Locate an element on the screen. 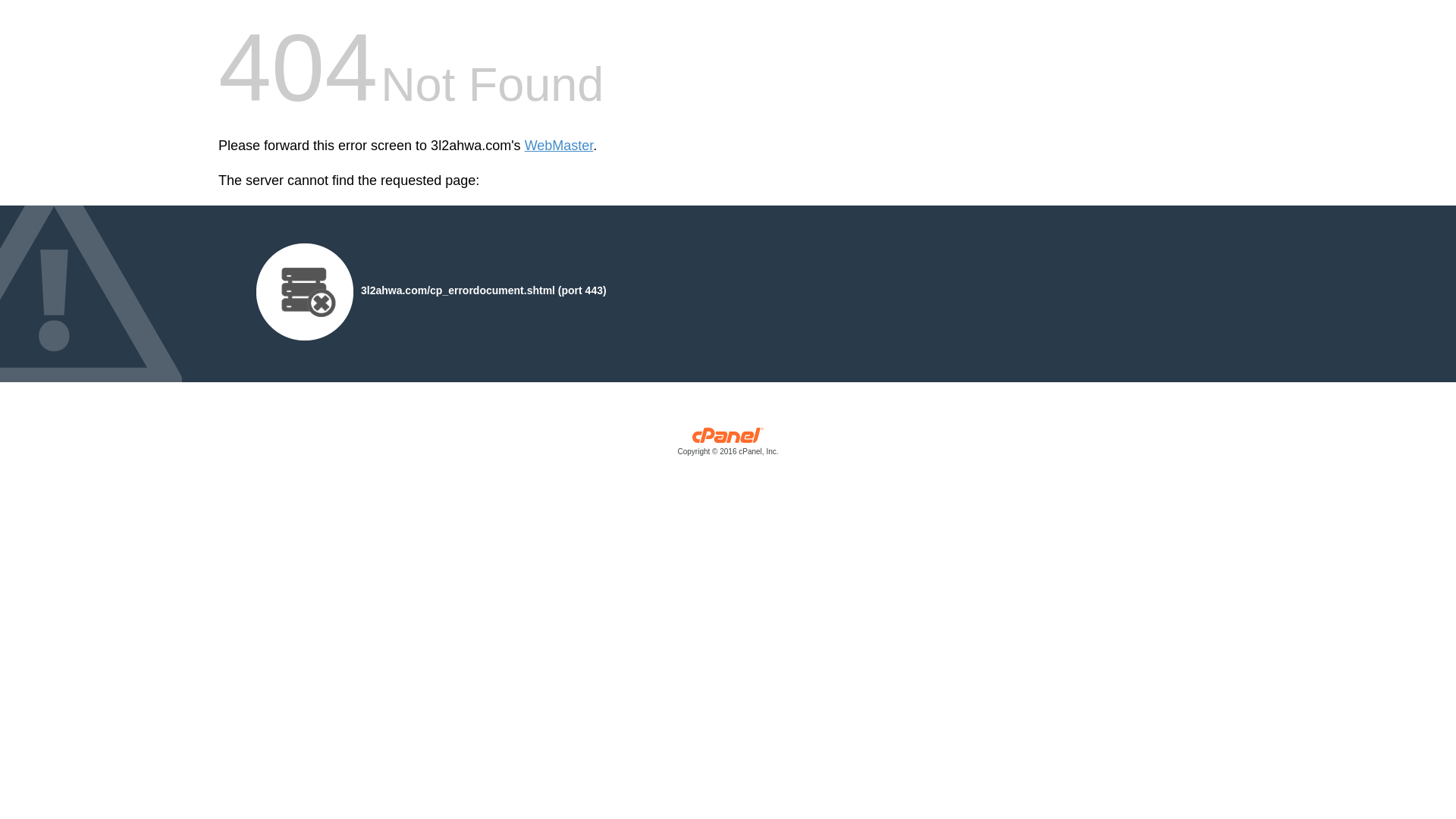 The width and height of the screenshot is (1456, 819). 'WebMaster' is located at coordinates (524, 146).